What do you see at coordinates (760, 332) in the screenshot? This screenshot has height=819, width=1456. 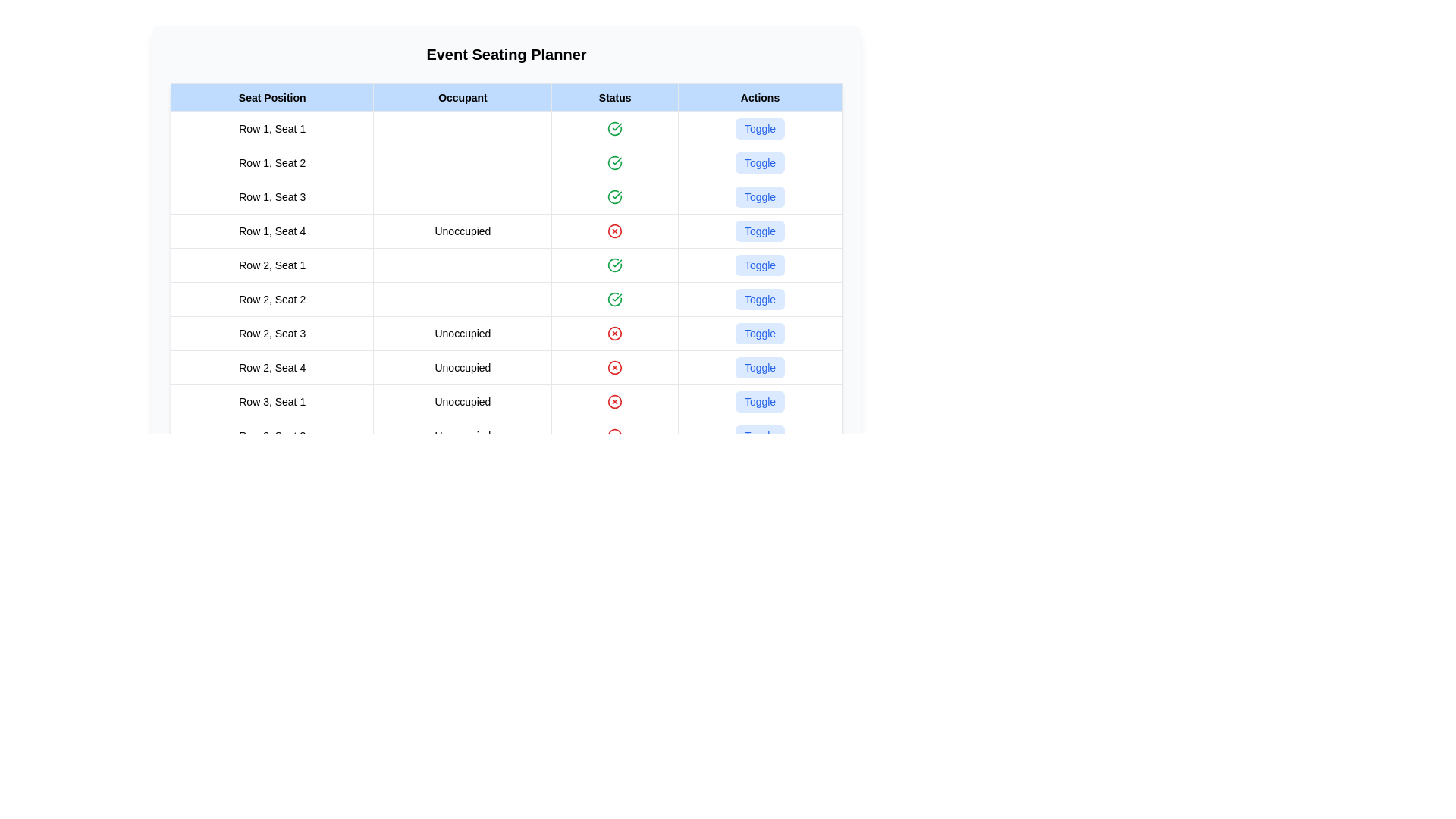 I see `the 'Toggle' button located in the 'Actions' column for 'Row 2, Seat 3'` at bounding box center [760, 332].